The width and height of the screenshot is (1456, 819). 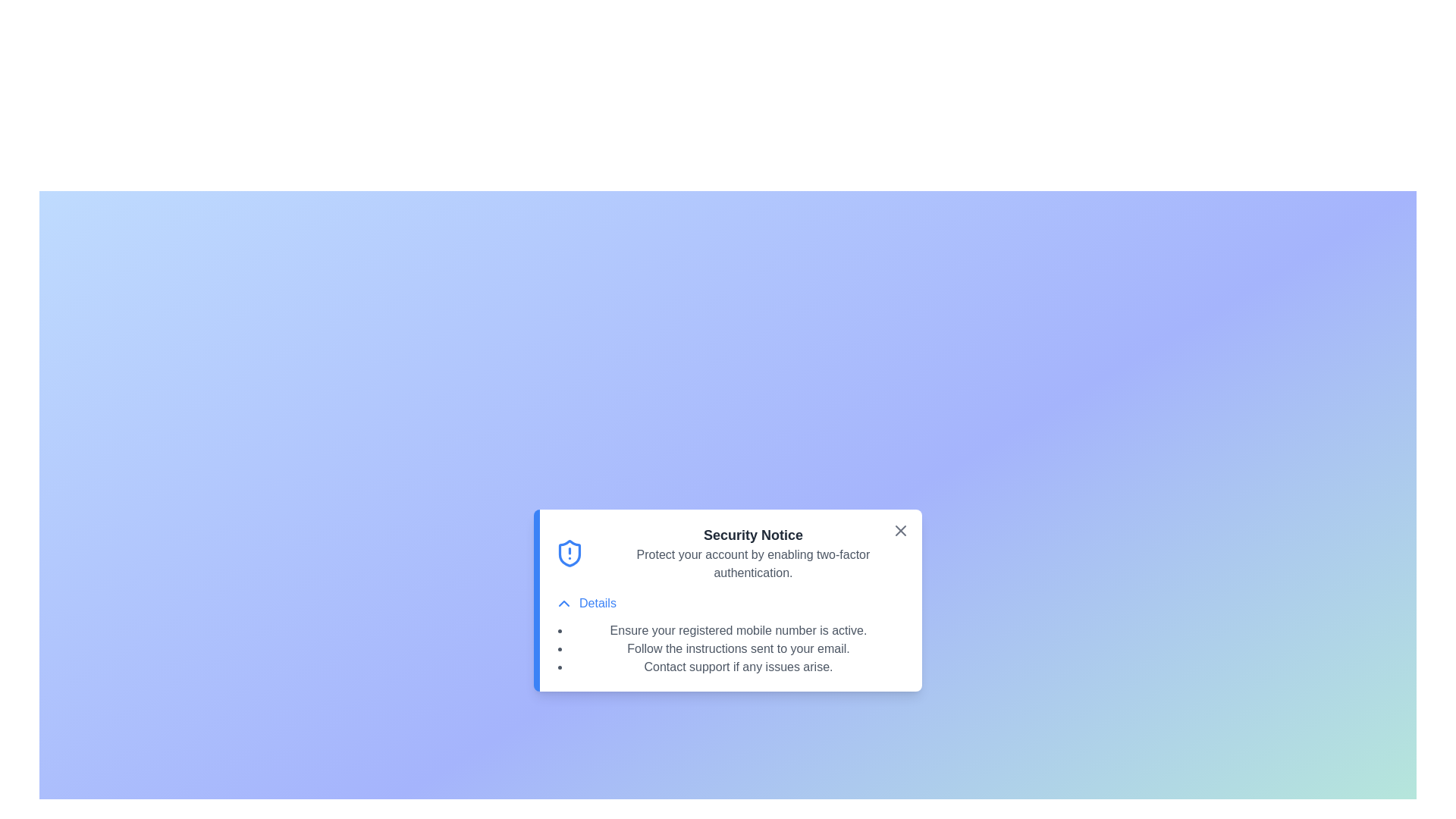 What do you see at coordinates (568, 553) in the screenshot?
I see `the alert icon to understand its meaning` at bounding box center [568, 553].